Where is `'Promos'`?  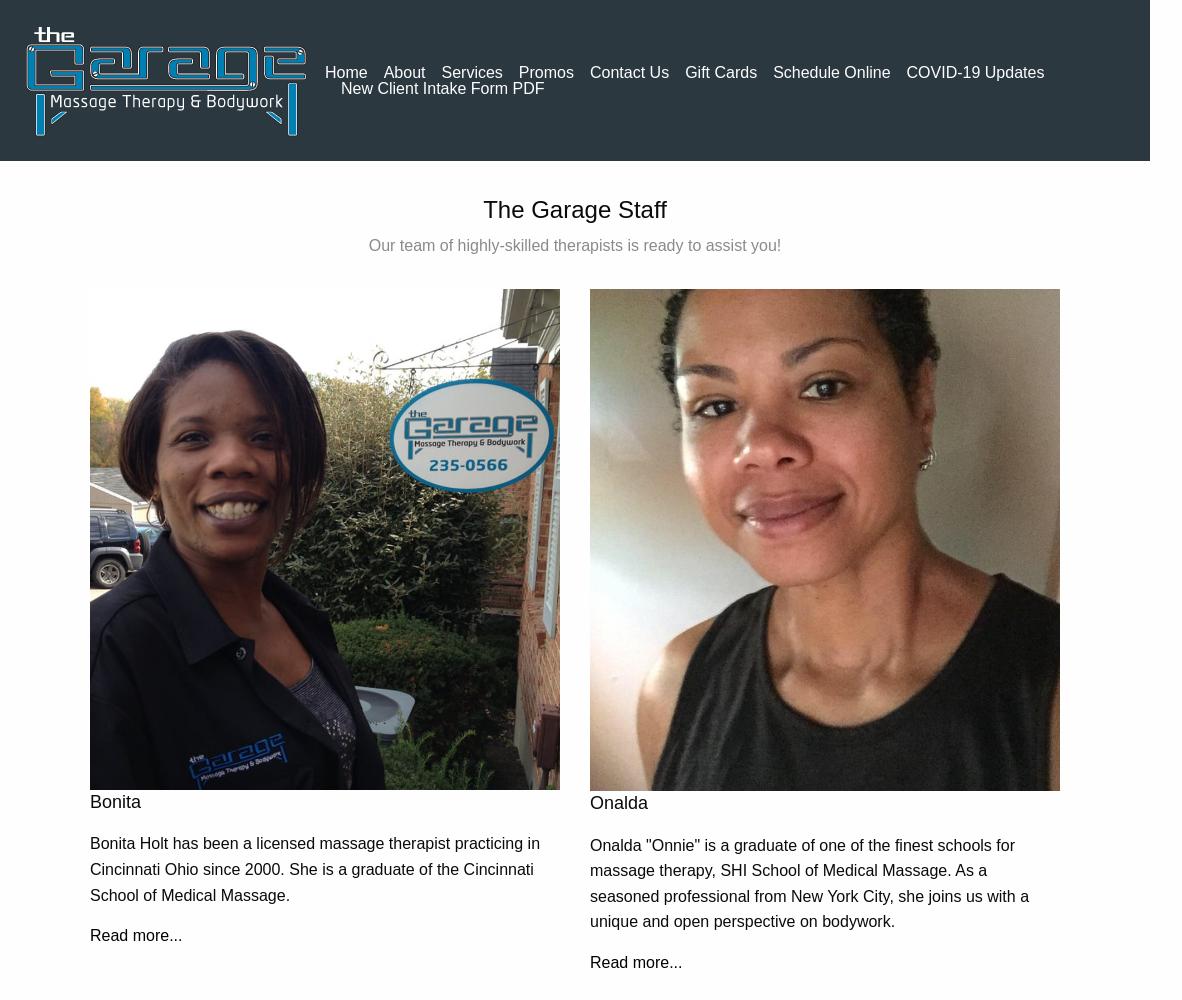
'Promos' is located at coordinates (545, 70).